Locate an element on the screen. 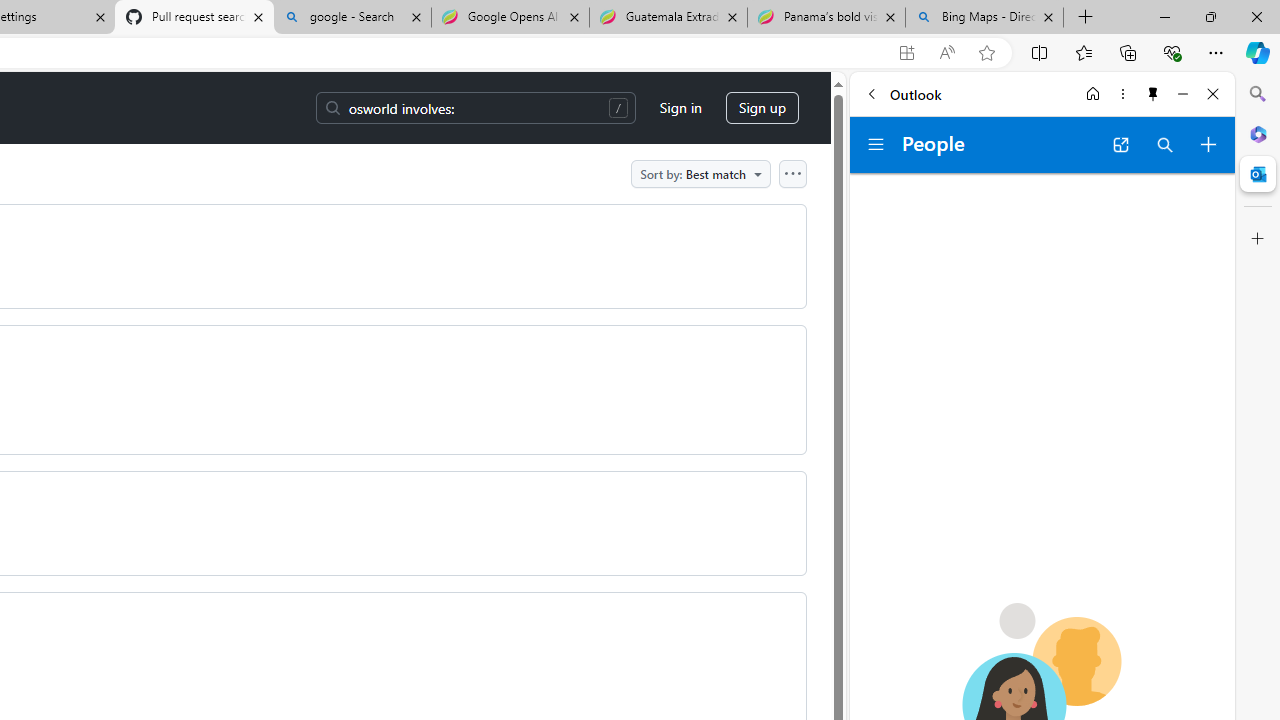 This screenshot has height=720, width=1280. 'Open column options' is located at coordinates (791, 172).